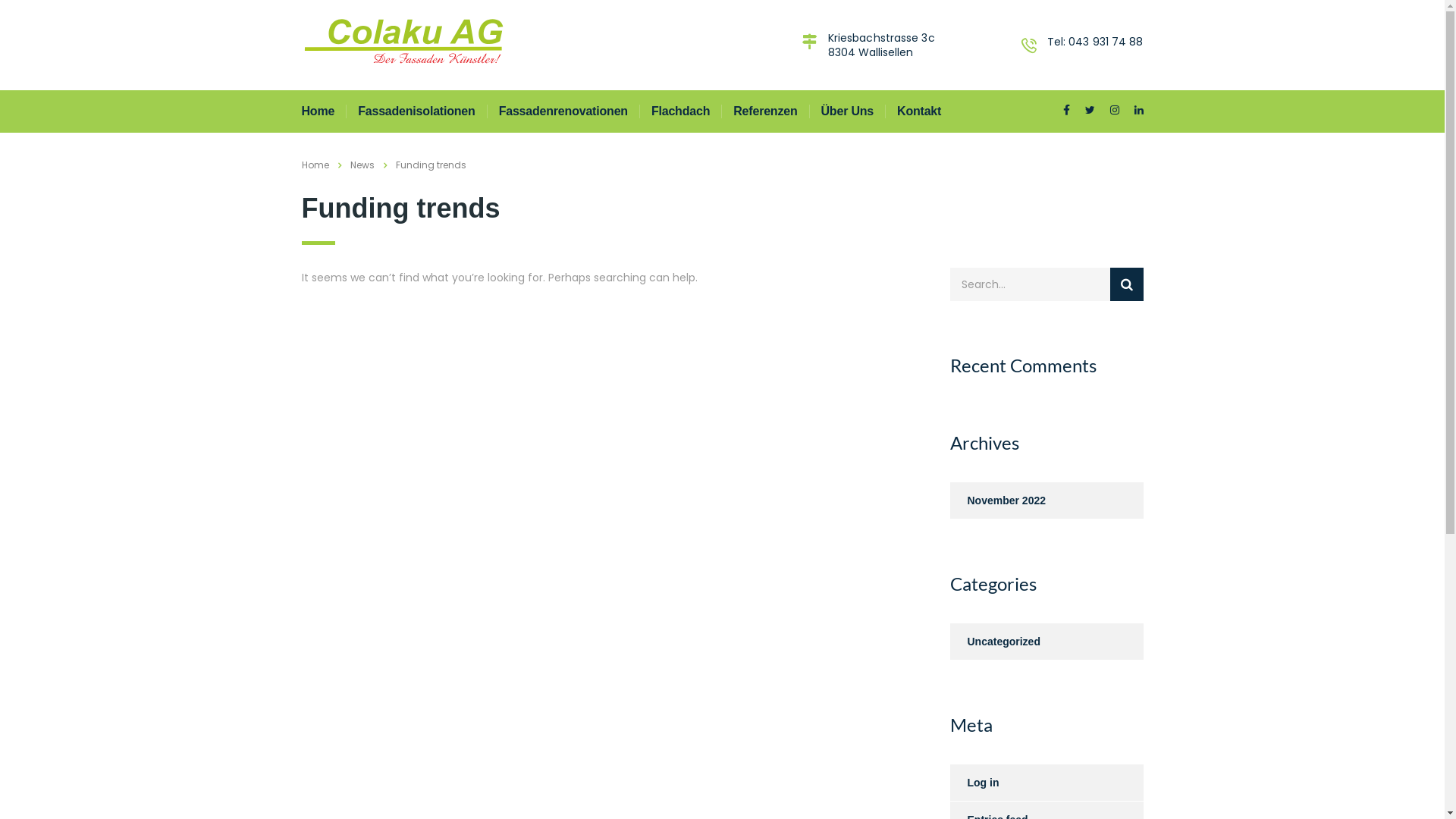 This screenshot has width=1456, height=819. What do you see at coordinates (997, 500) in the screenshot?
I see `'November 2022'` at bounding box center [997, 500].